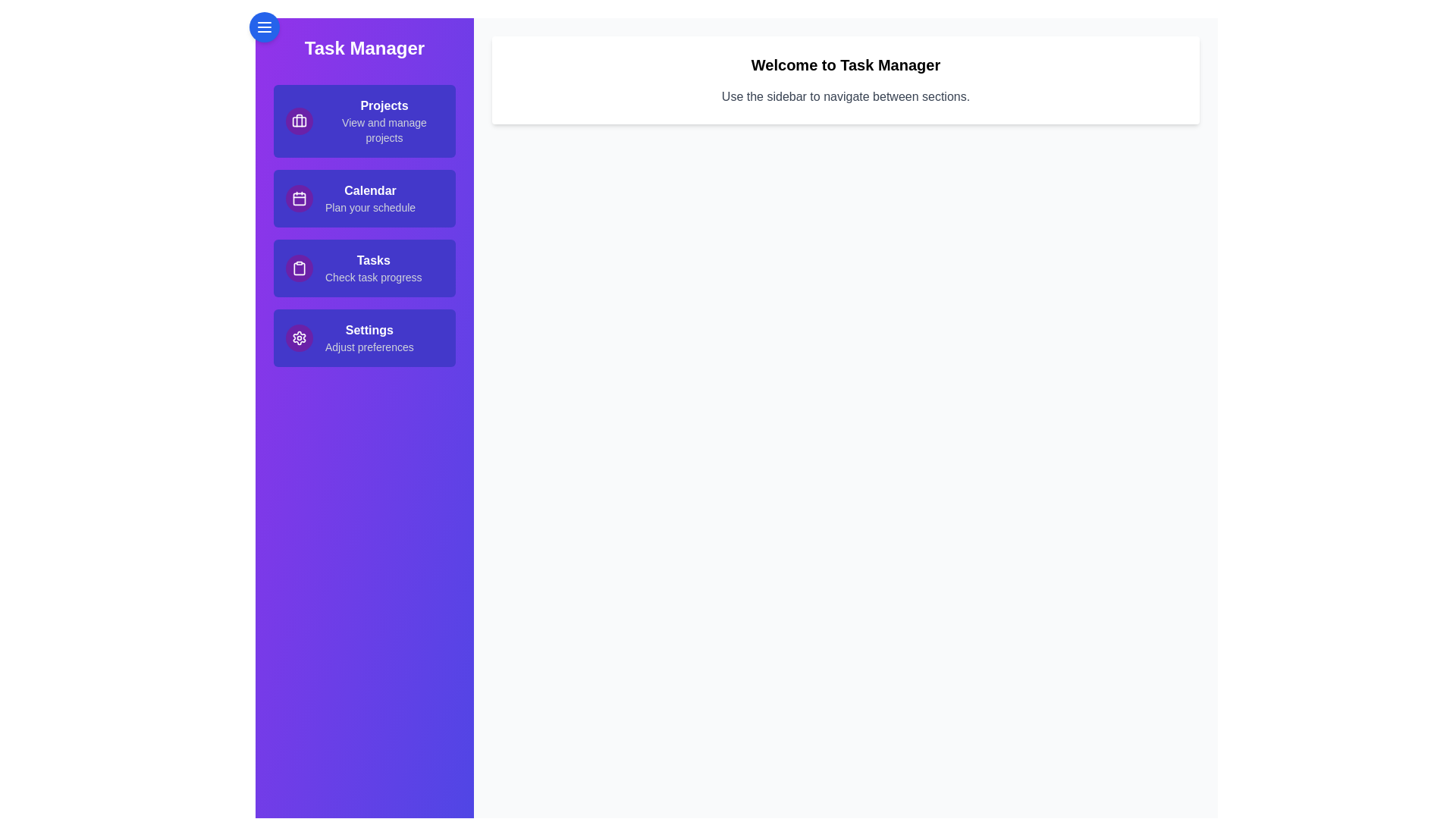 The image size is (1456, 819). I want to click on the sidebar link corresponding to Calendar to navigate to that section, so click(364, 198).